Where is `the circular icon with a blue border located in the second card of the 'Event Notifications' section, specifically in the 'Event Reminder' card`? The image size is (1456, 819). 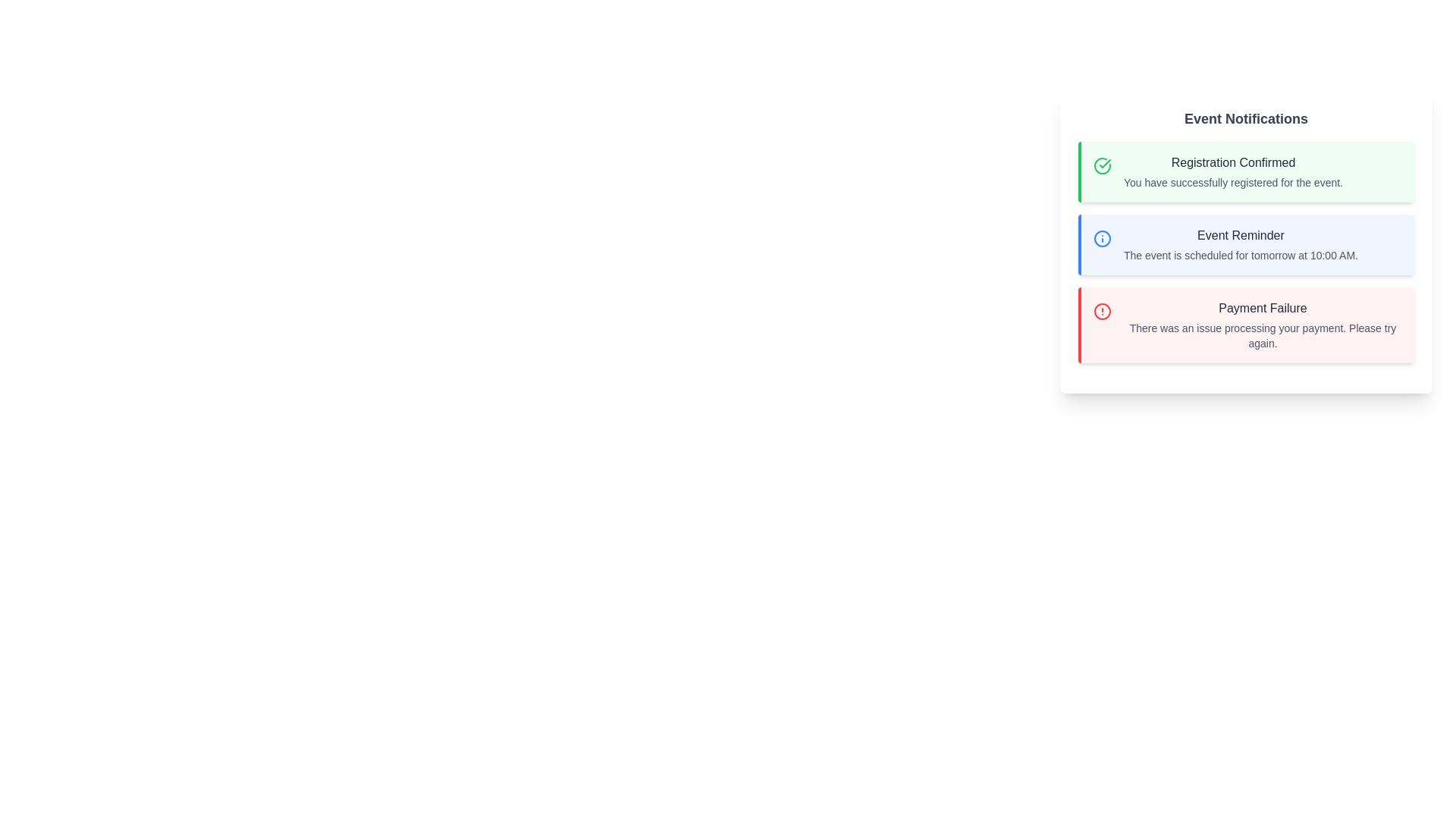
the circular icon with a blue border located in the second card of the 'Event Notifications' section, specifically in the 'Event Reminder' card is located at coordinates (1103, 239).